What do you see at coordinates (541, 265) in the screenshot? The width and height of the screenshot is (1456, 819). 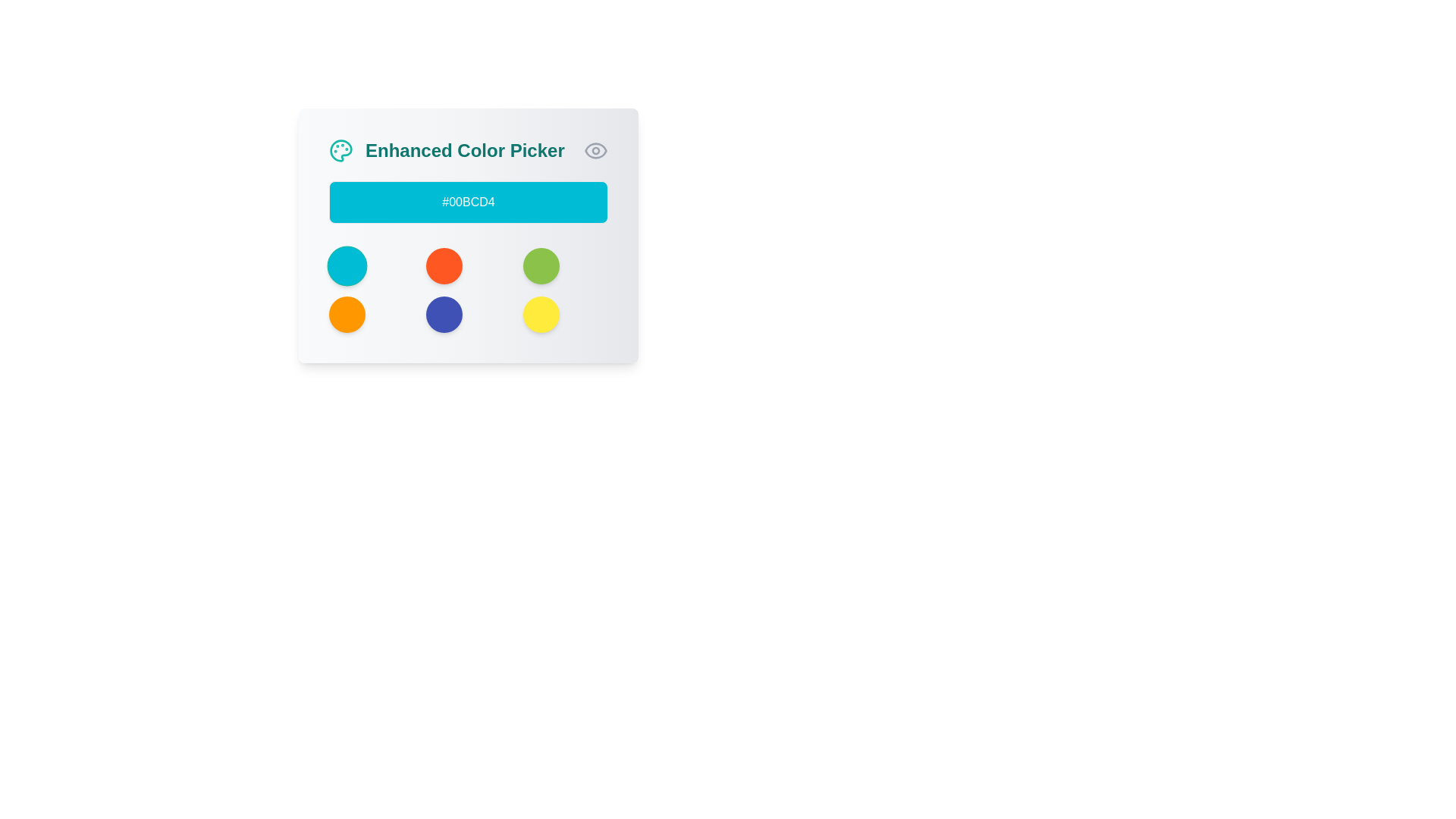 I see `the third button in the top row of the color selection grid` at bounding box center [541, 265].